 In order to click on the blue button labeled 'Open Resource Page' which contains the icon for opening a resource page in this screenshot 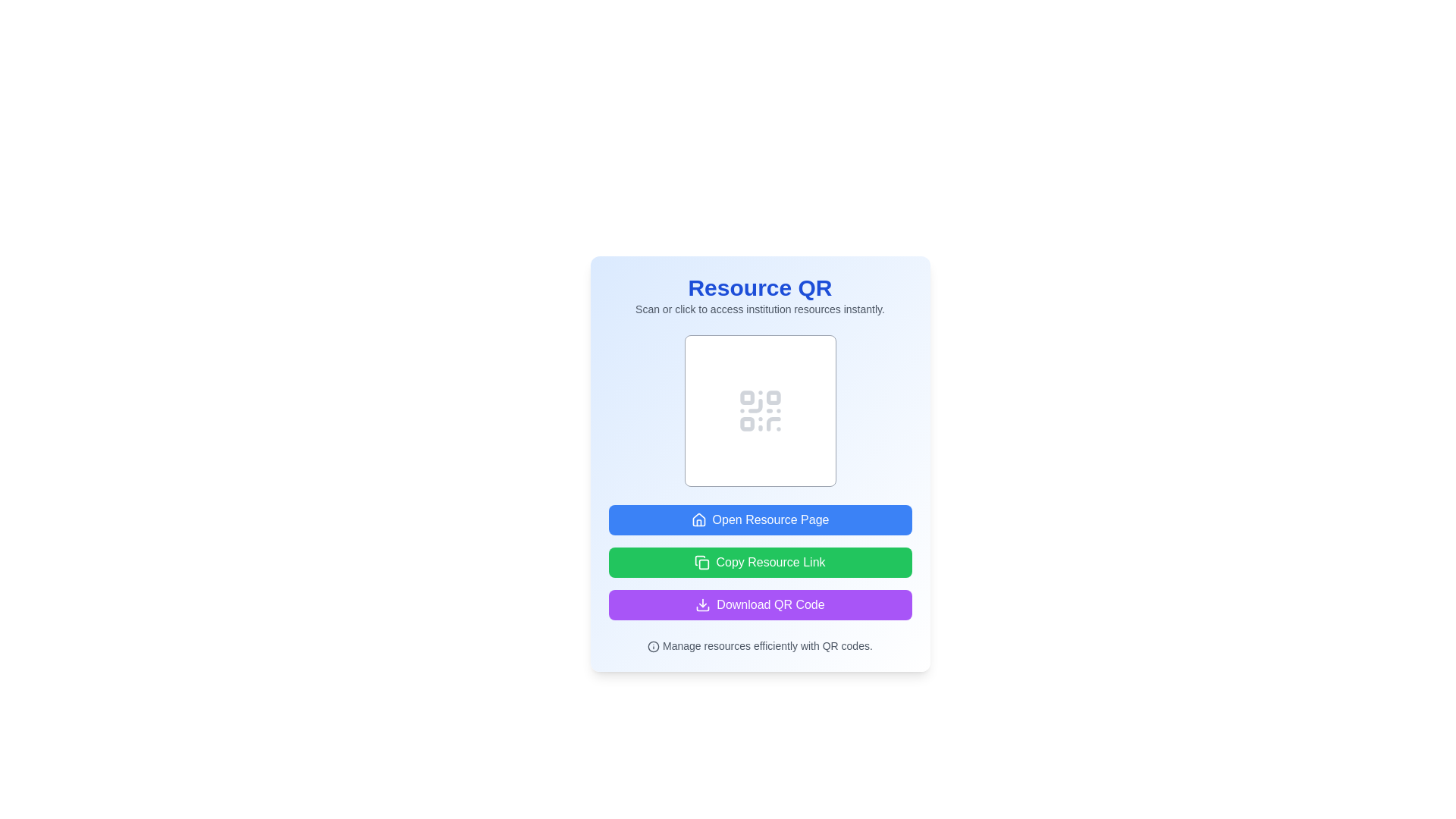, I will do `click(698, 519)`.